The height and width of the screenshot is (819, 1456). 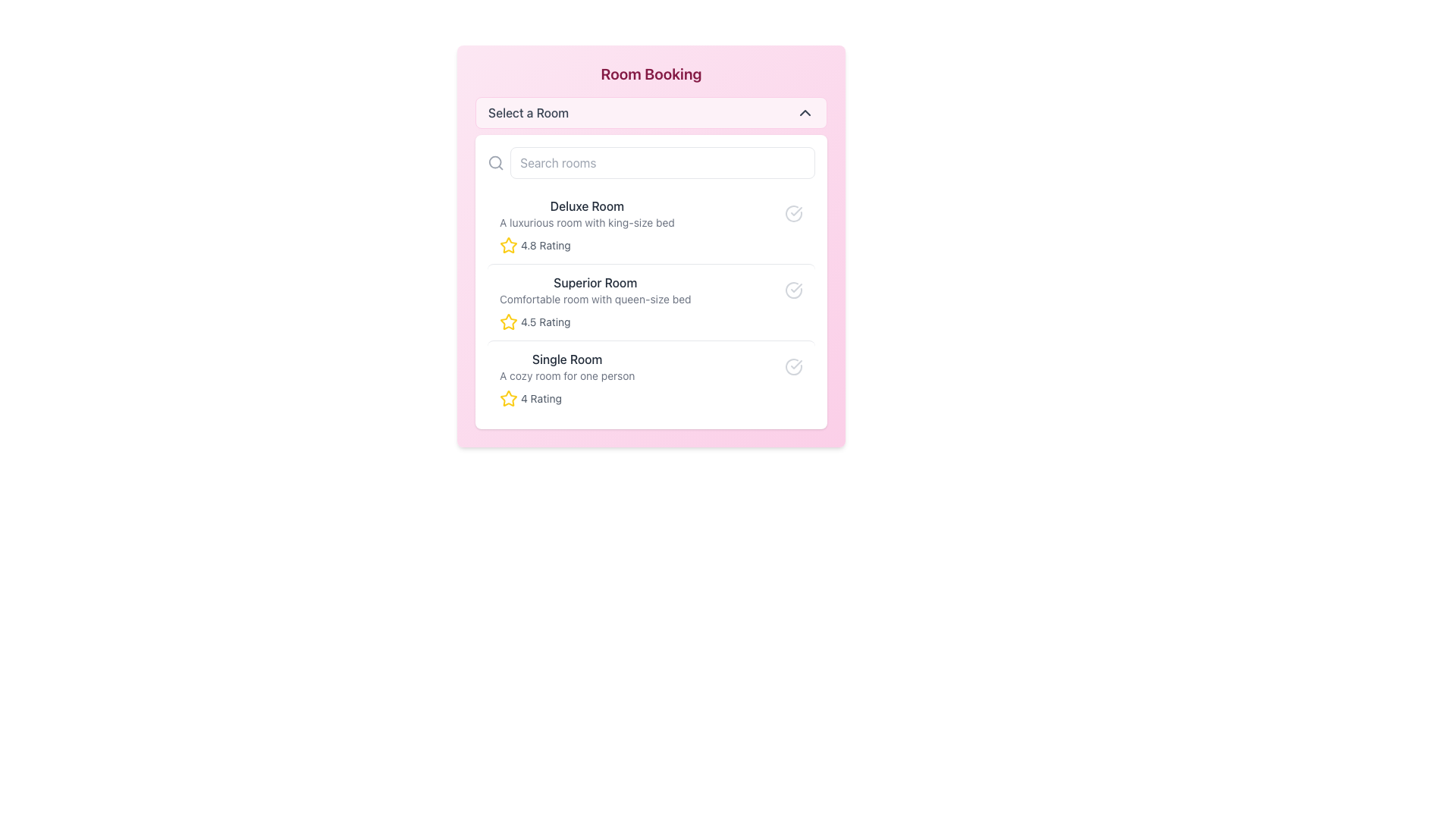 What do you see at coordinates (663, 163) in the screenshot?
I see `to select text within the single-line text input field labeled 'Search rooms', which is styled with rounded corners and located below the 'Select a Room' header` at bounding box center [663, 163].